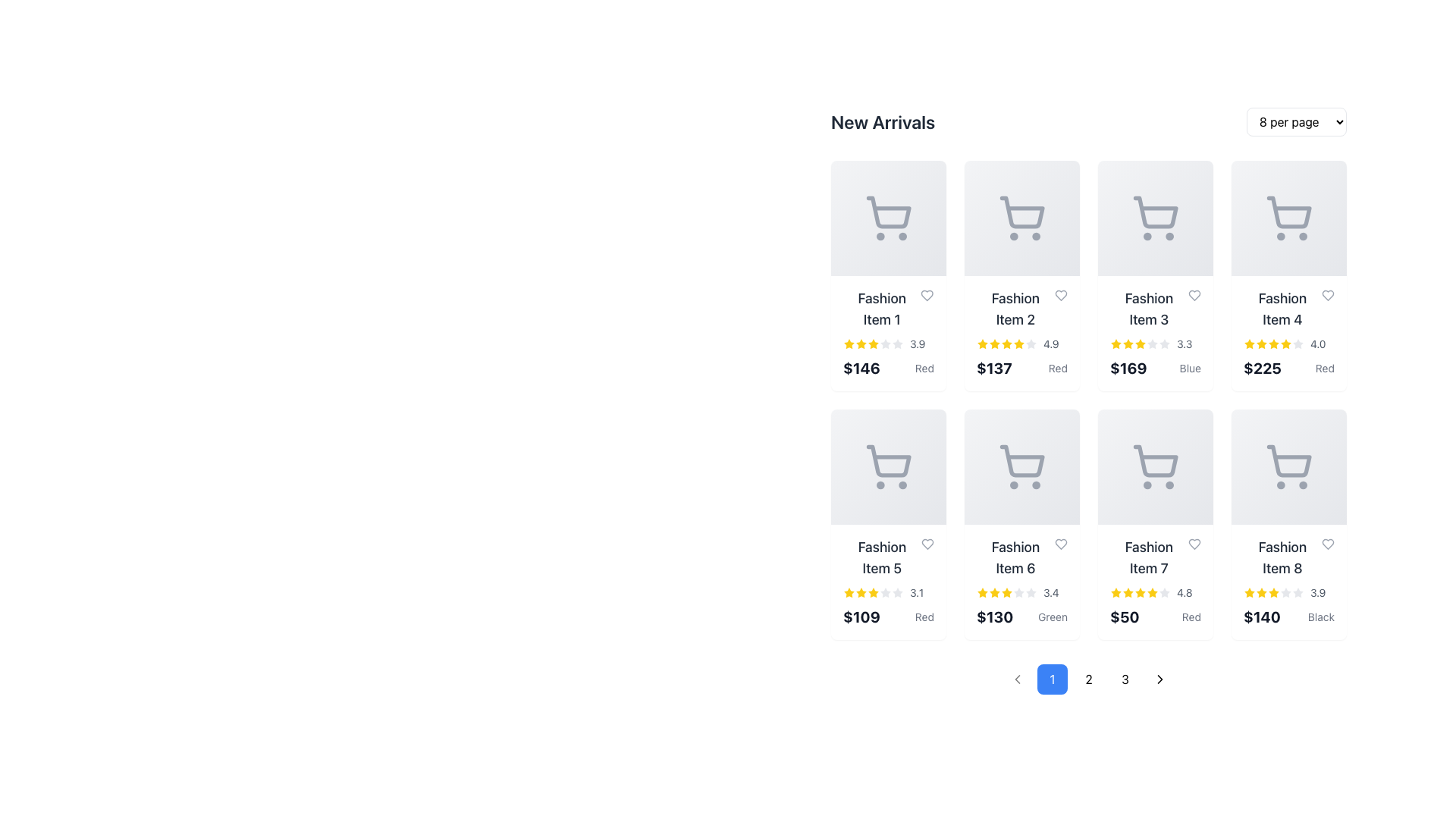 This screenshot has height=819, width=1456. Describe the element at coordinates (1288, 332) in the screenshot. I see `the fourth product card in the first row of the product grid` at that location.